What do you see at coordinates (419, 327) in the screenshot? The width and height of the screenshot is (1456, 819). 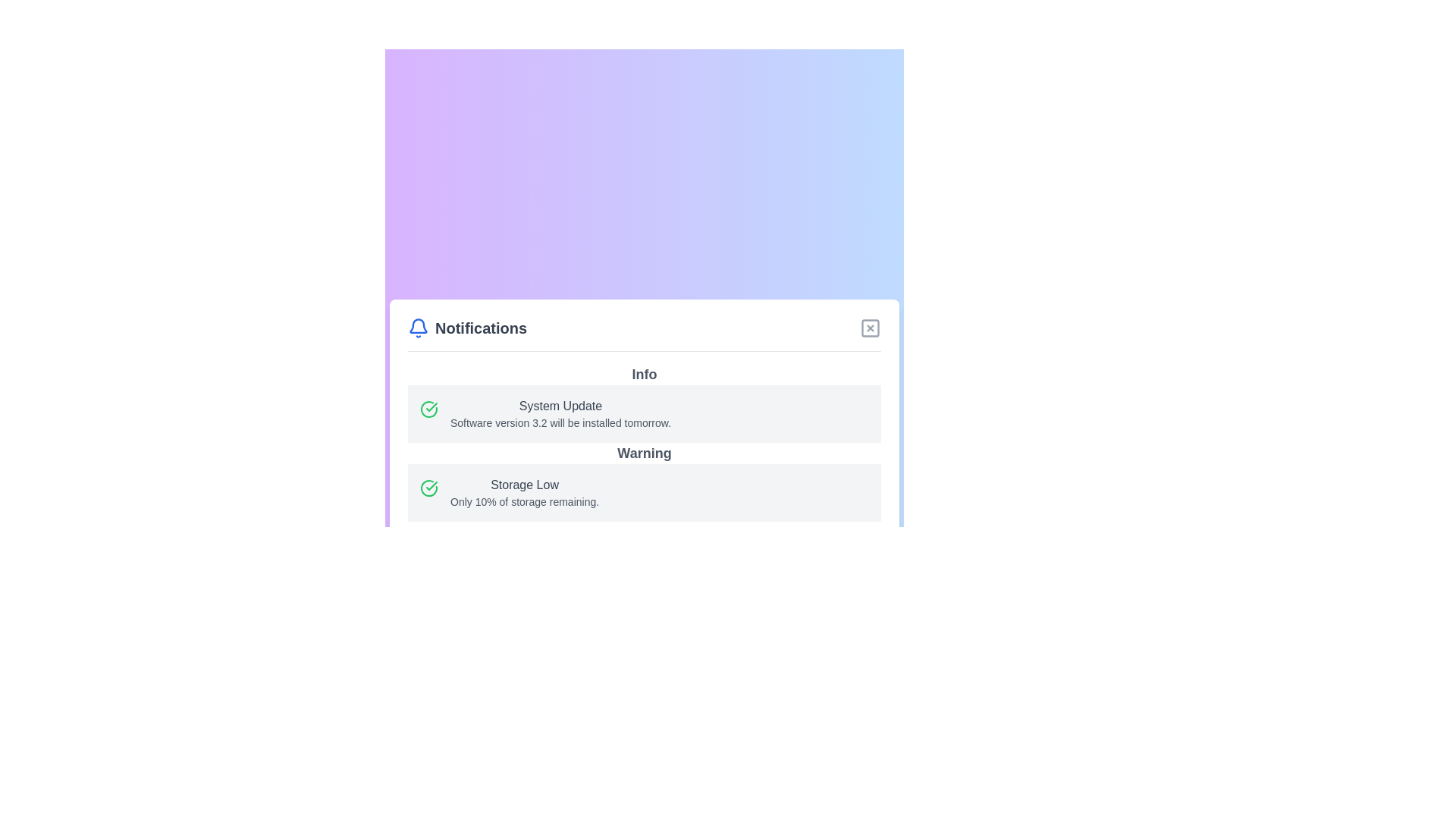 I see `the blue bell icon that represents the notifications section, located to the left of the 'Notifications' text` at bounding box center [419, 327].